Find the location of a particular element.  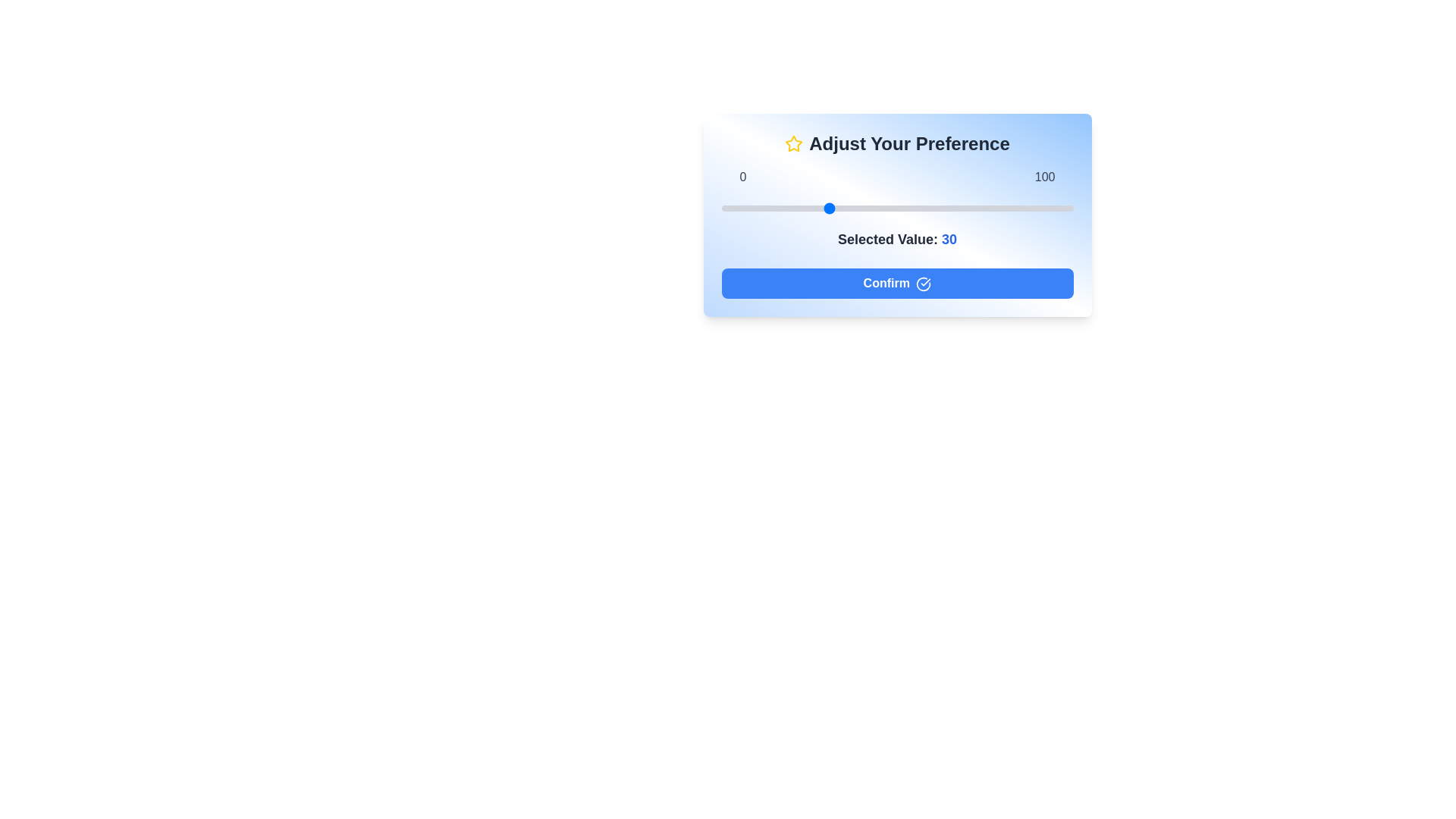

the confirm button to finalize the selection is located at coordinates (897, 284).